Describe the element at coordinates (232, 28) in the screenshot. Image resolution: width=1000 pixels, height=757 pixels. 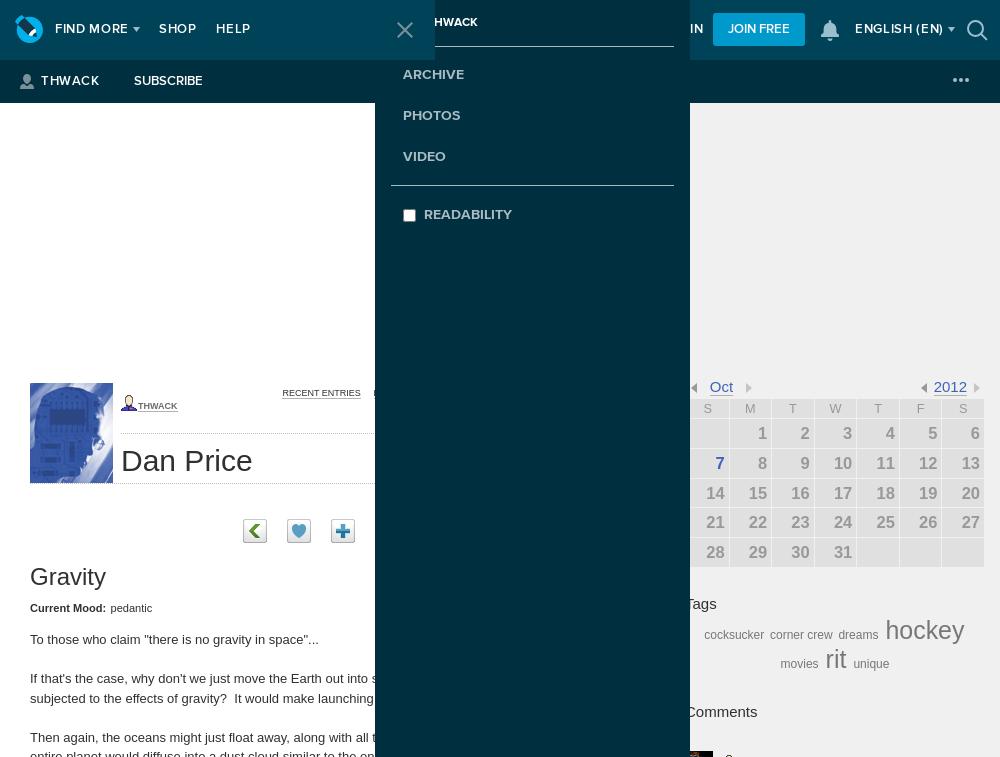
I see `'Help'` at that location.